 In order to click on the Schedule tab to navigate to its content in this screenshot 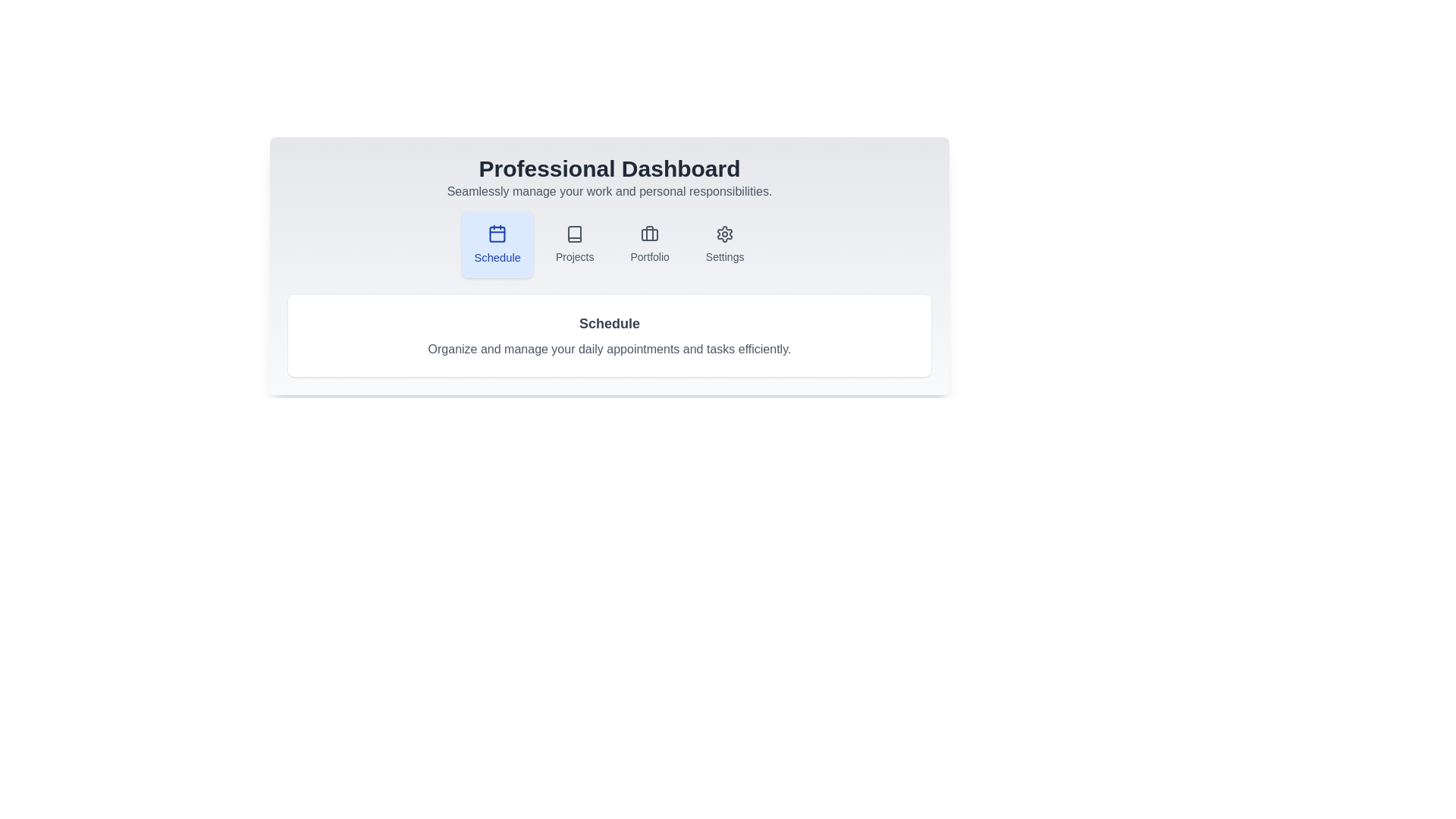, I will do `click(497, 244)`.